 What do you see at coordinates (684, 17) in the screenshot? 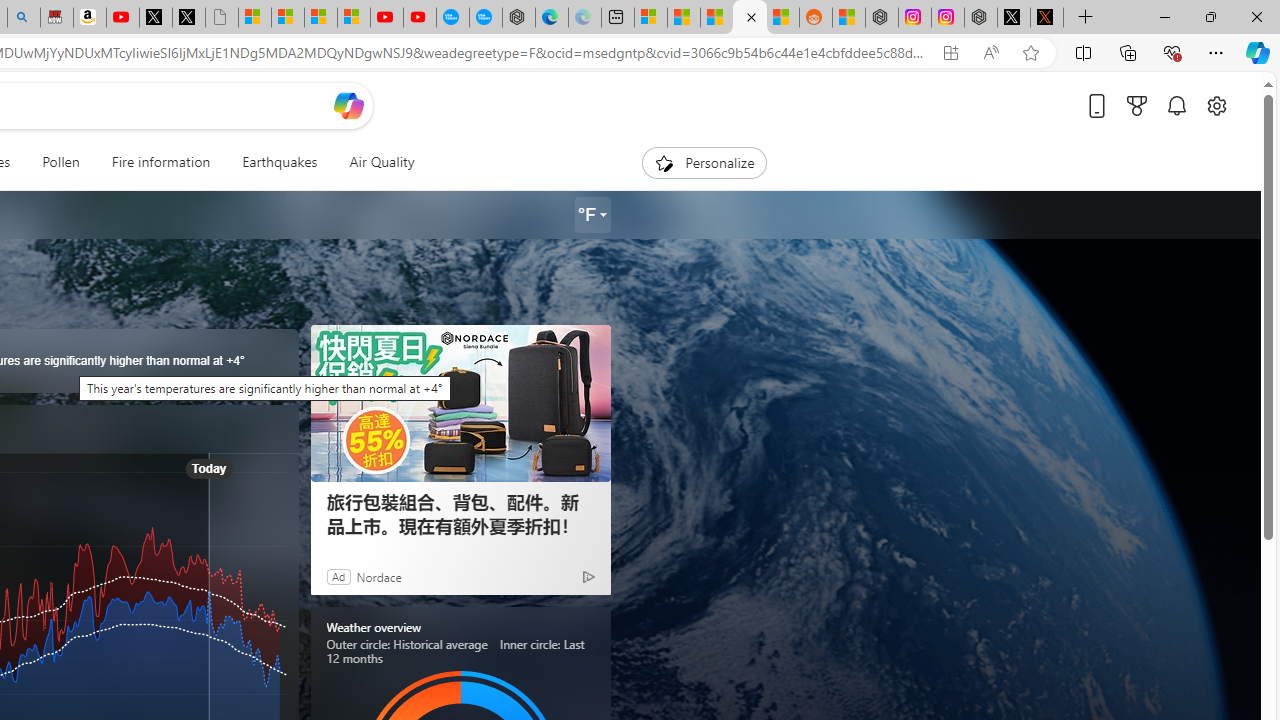
I see `'Shanghai, China weather forecast | Microsoft Weather'` at bounding box center [684, 17].